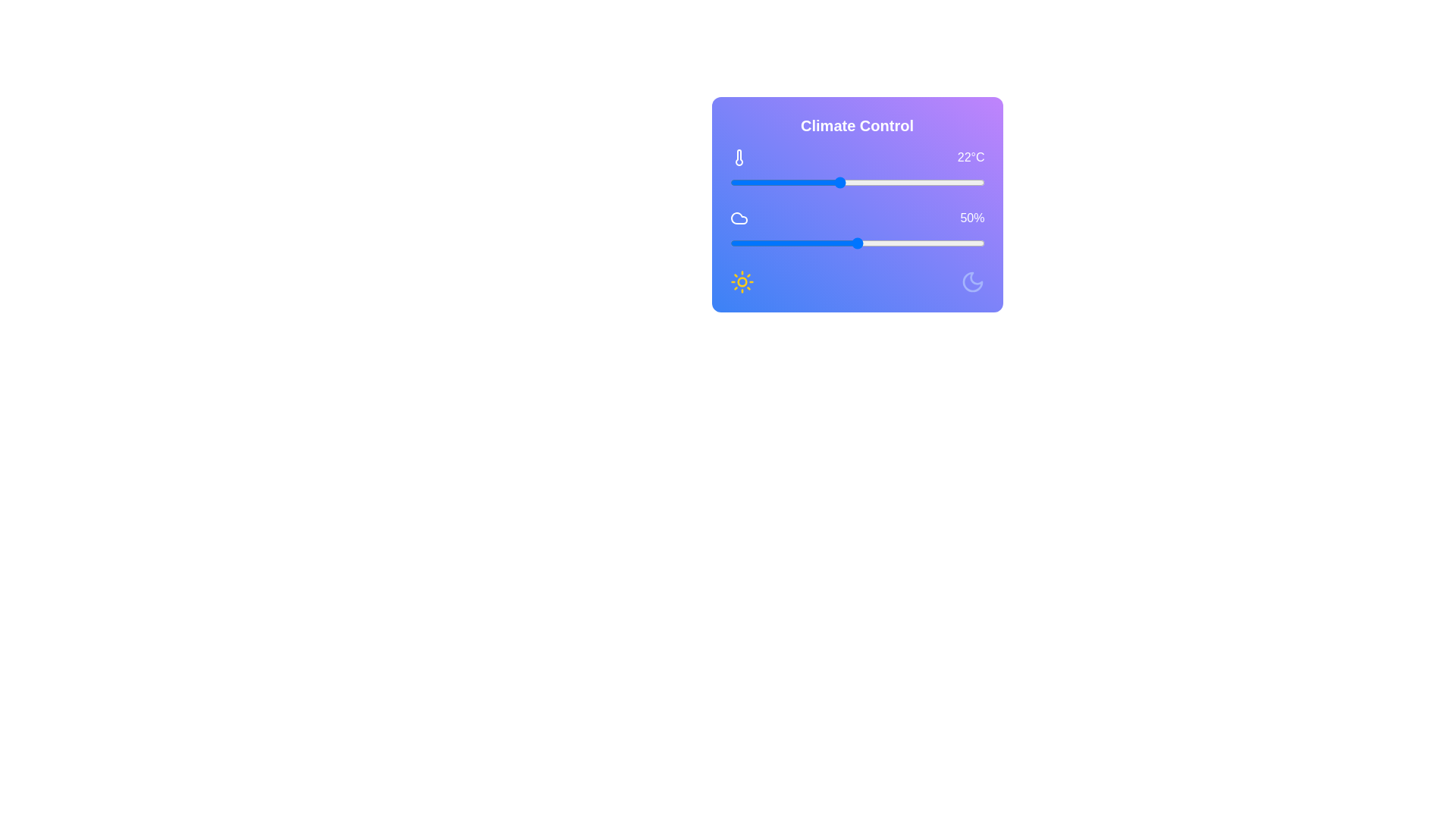 The height and width of the screenshot is (819, 1456). I want to click on the moon-shaped icon in light indigo color located at the bottom-right corner of the 'Climate Control' card, so click(972, 281).